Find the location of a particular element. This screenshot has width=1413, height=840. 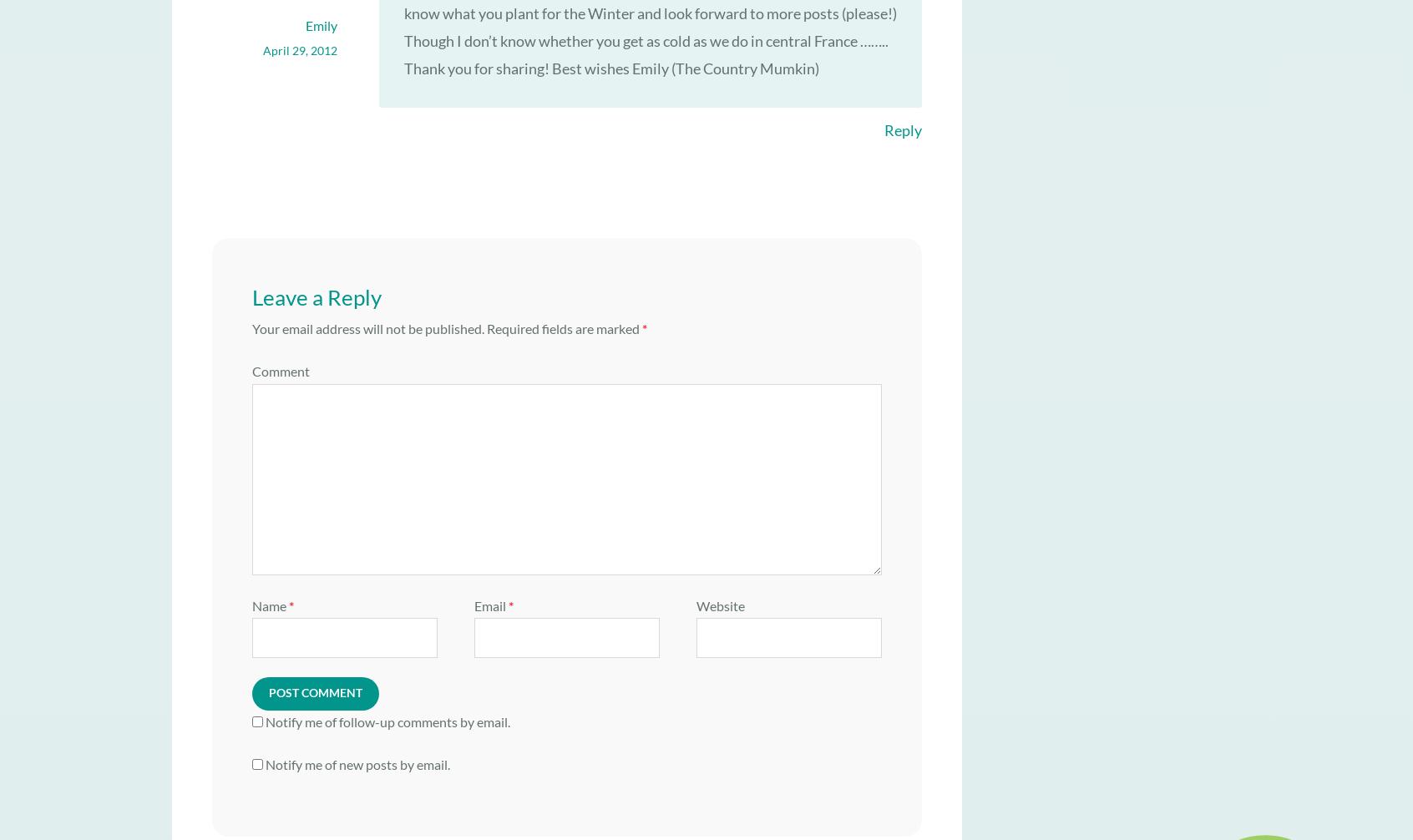

'Your email address will not be published.' is located at coordinates (251, 327).